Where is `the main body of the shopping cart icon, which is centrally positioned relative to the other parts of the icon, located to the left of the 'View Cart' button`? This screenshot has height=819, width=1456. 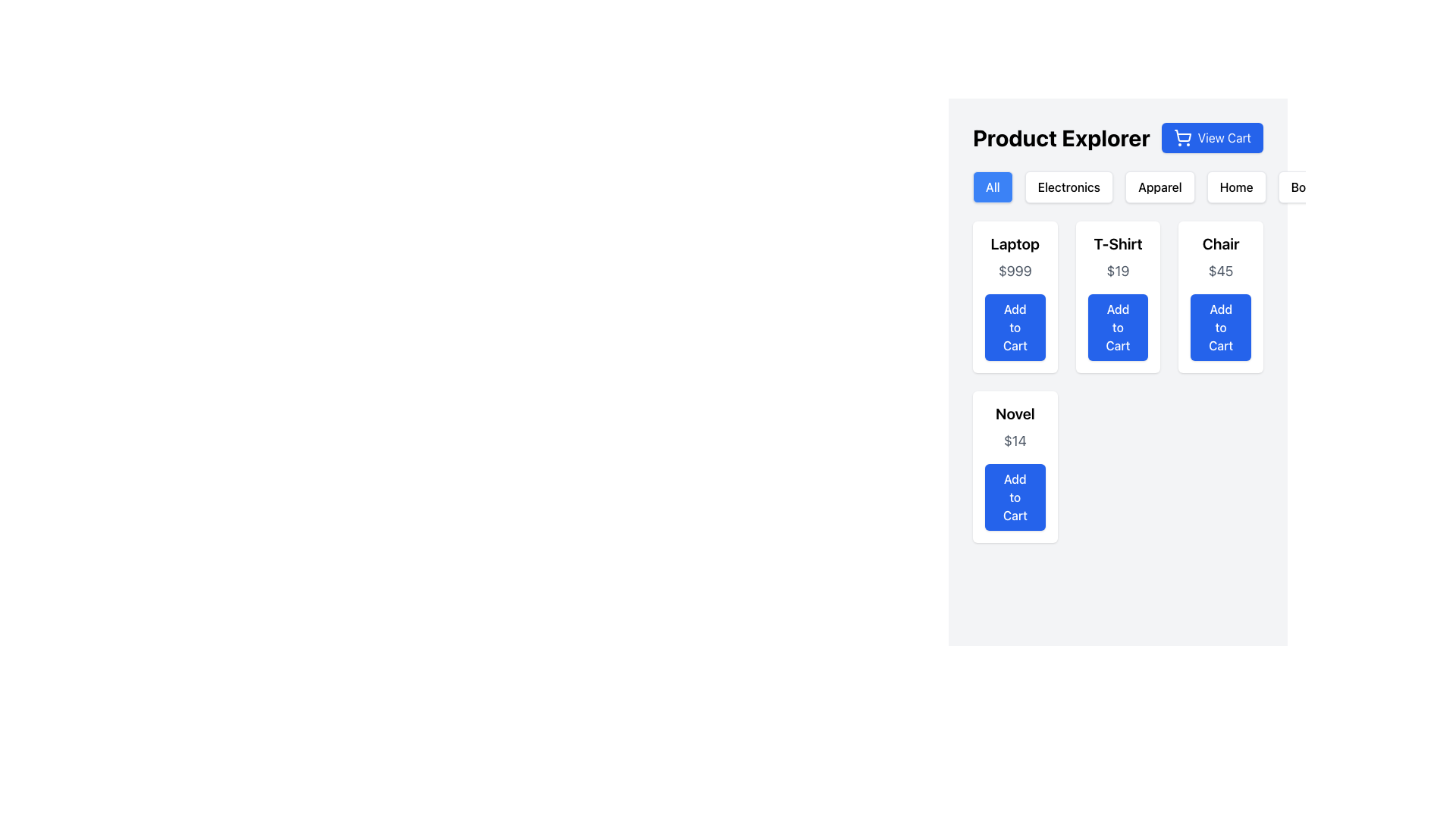
the main body of the shopping cart icon, which is centrally positioned relative to the other parts of the icon, located to the left of the 'View Cart' button is located at coordinates (1181, 135).